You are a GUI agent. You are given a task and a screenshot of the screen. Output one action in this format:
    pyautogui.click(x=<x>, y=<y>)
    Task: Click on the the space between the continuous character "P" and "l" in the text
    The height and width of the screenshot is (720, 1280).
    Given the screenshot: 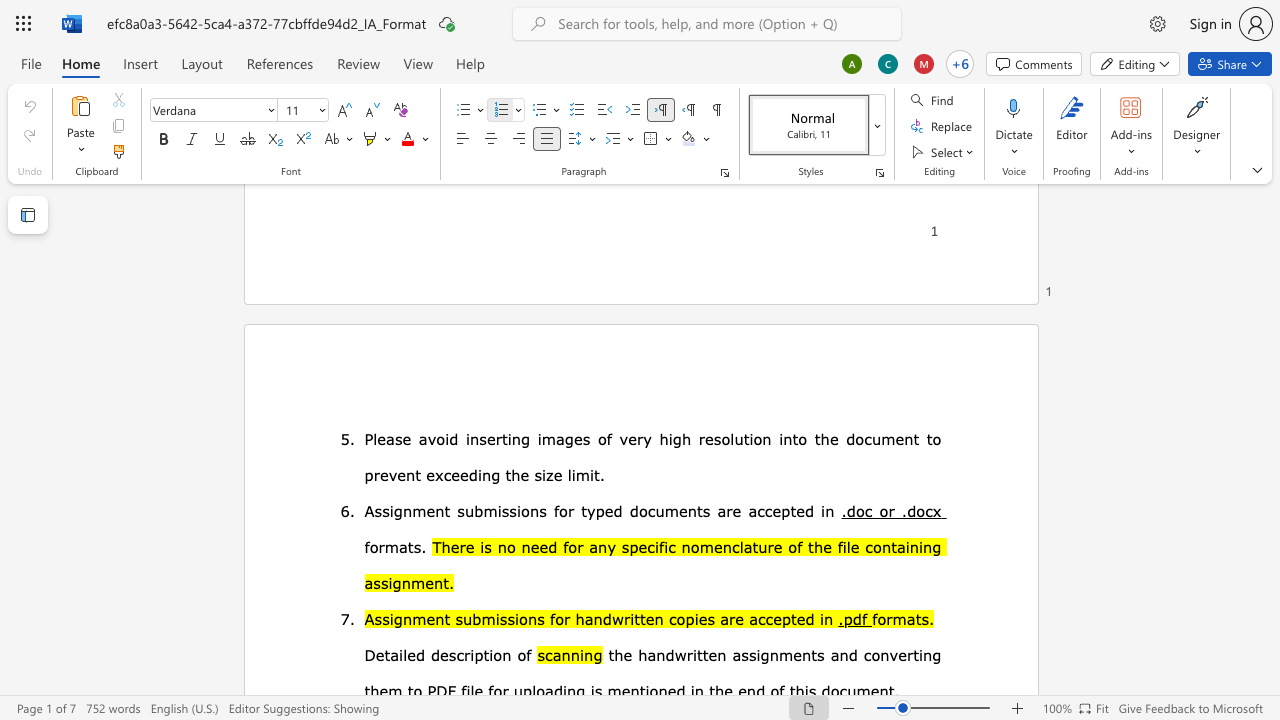 What is the action you would take?
    pyautogui.click(x=372, y=437)
    